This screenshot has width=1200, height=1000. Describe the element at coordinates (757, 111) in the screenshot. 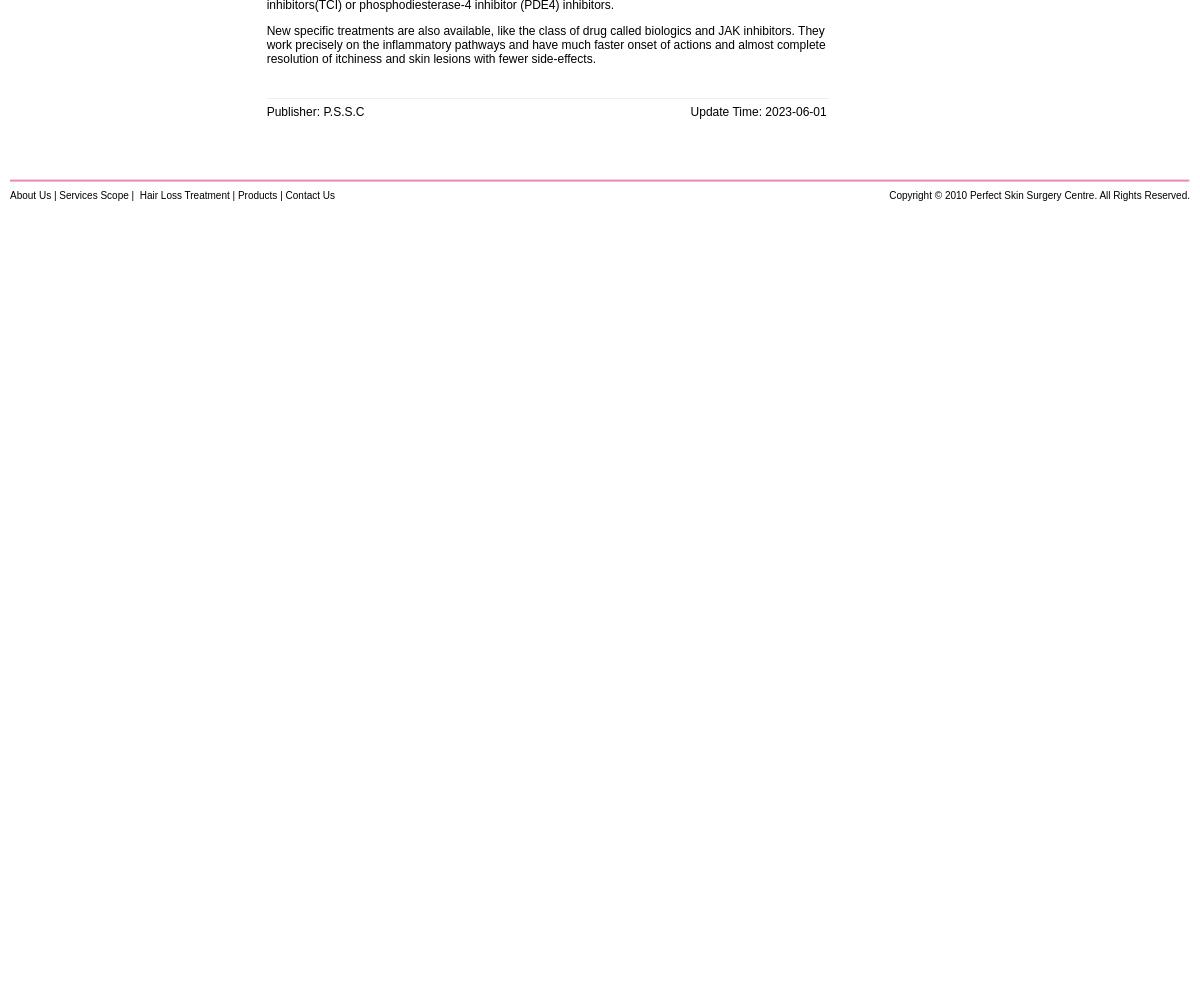

I see `'Update Time: 2023-06-01'` at that location.